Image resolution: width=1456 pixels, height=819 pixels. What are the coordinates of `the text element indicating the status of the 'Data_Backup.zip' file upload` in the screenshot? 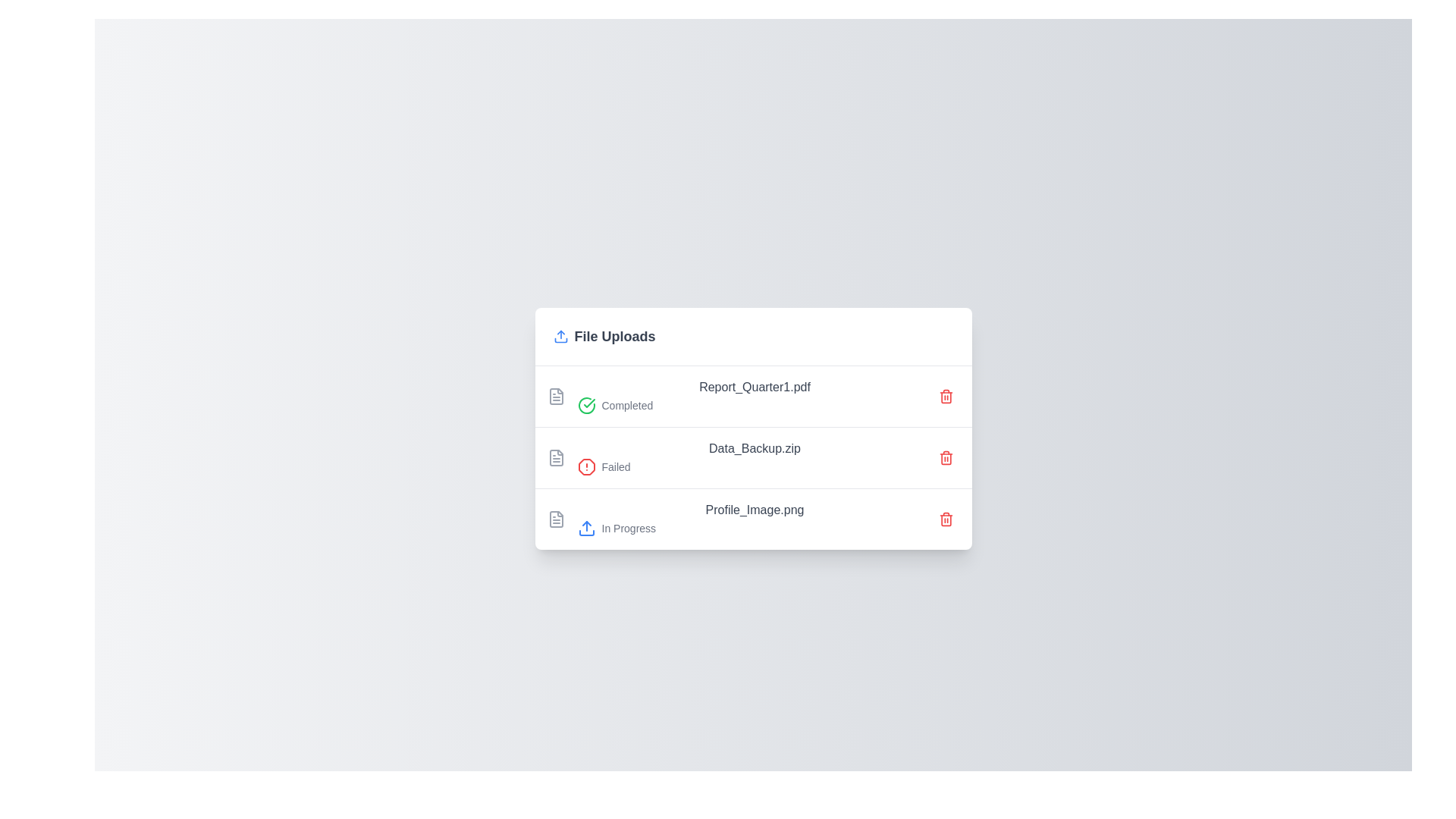 It's located at (755, 457).